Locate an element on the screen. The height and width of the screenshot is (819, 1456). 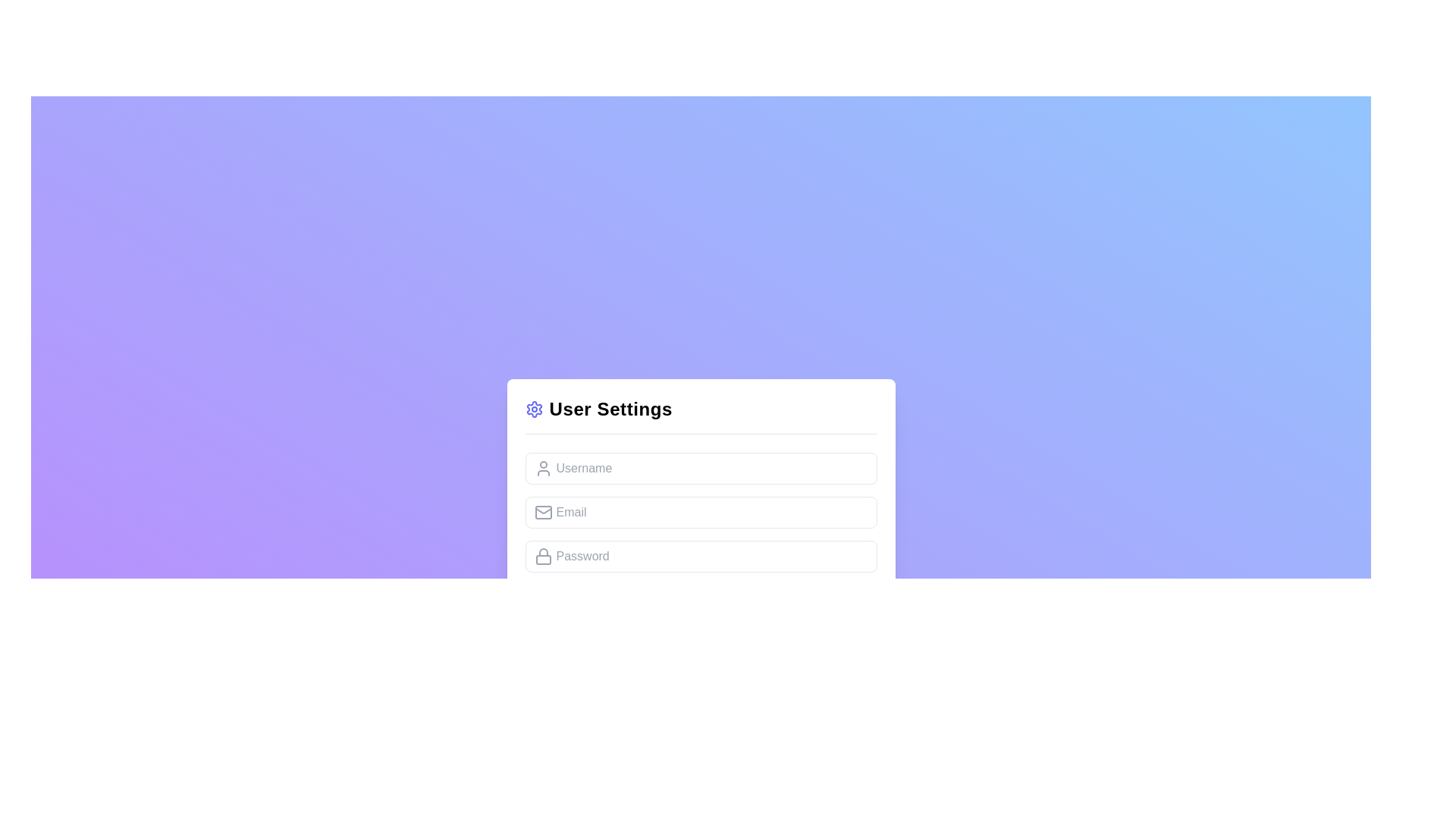
the settings icon located at the leftmost part of the 'User Settings' title to interact with it is located at coordinates (534, 408).